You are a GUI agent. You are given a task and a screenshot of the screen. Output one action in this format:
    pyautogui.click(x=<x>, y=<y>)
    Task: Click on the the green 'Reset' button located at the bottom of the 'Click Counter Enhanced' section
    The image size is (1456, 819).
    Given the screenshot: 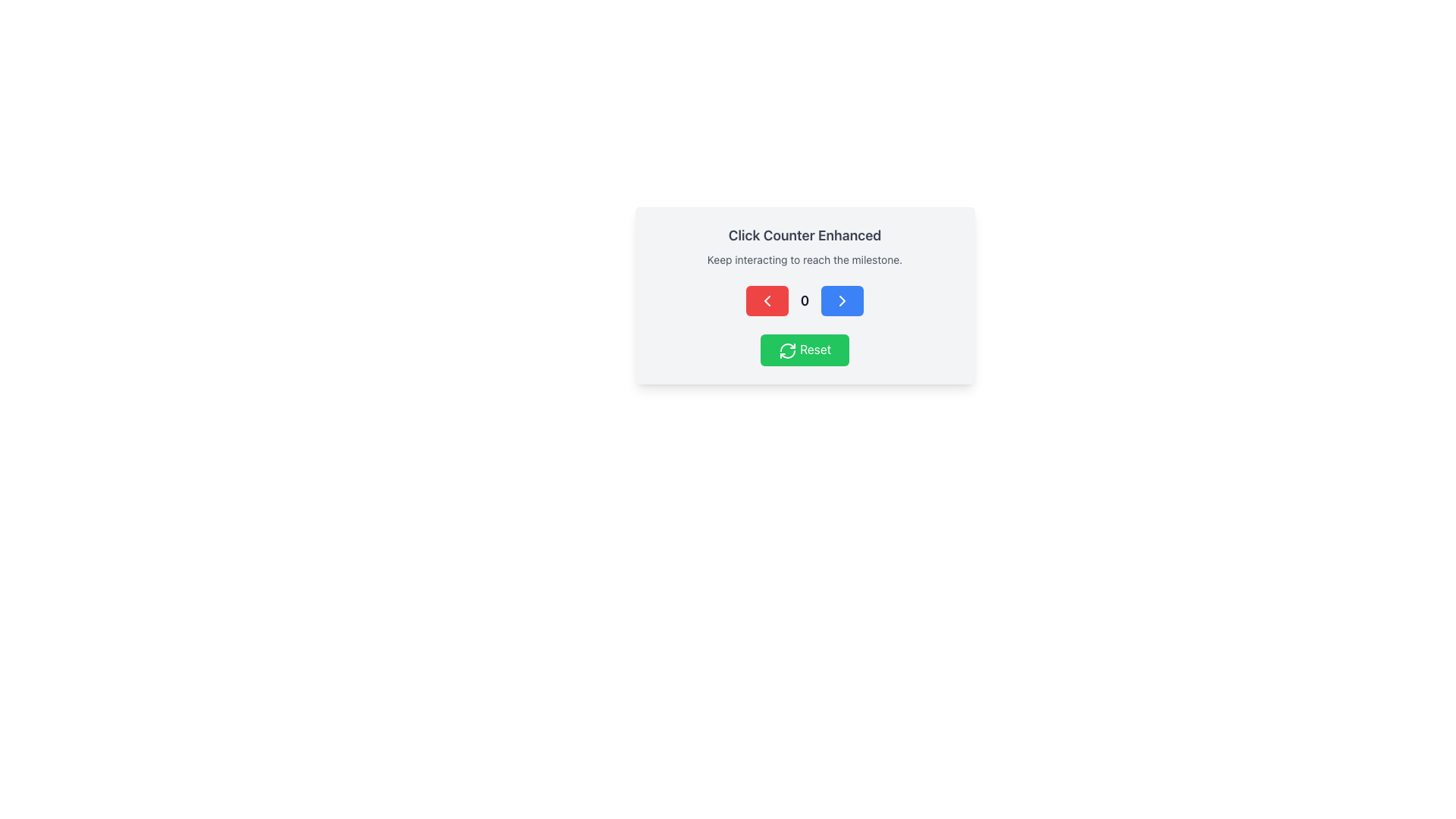 What is the action you would take?
    pyautogui.click(x=804, y=350)
    